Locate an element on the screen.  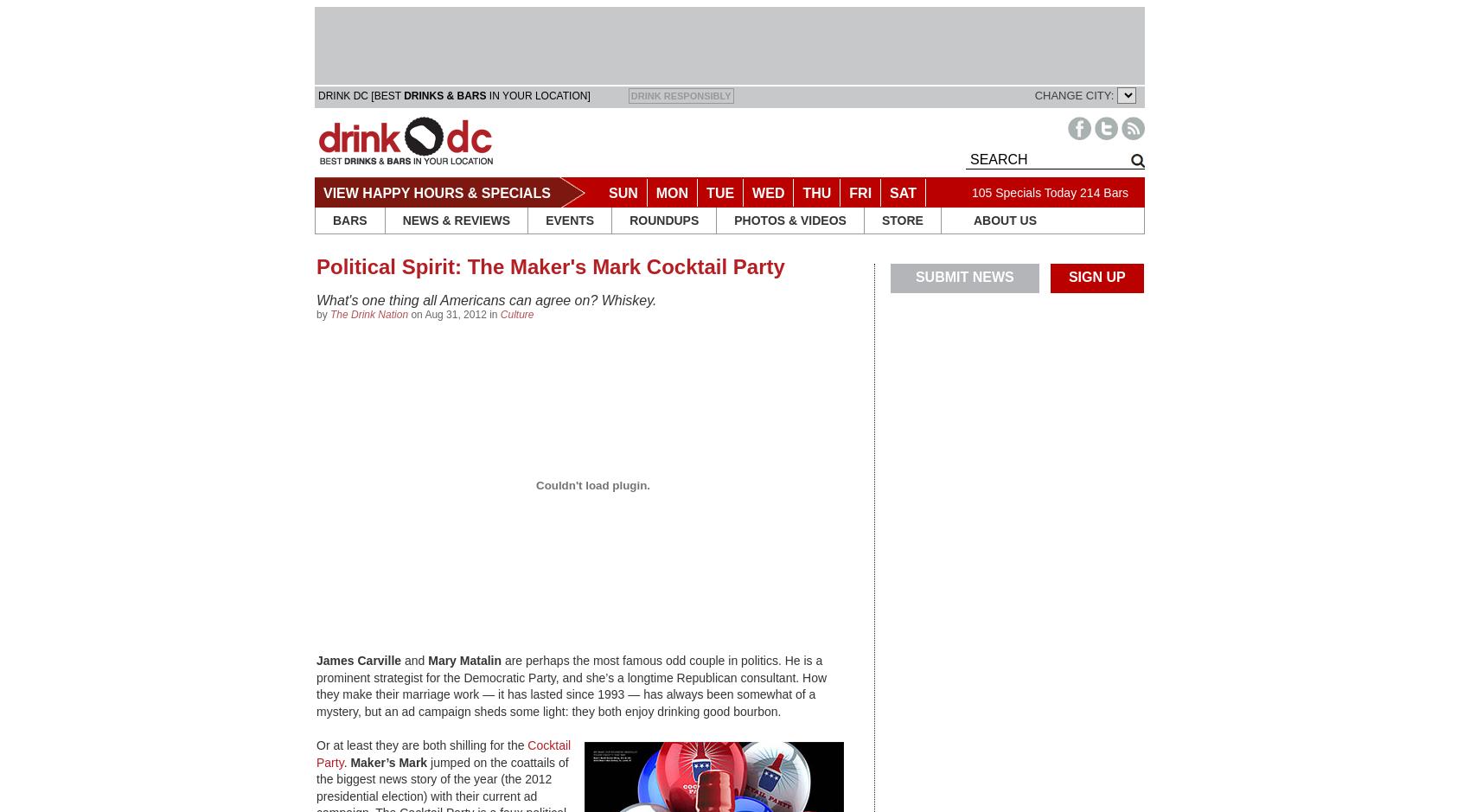
'MON' is located at coordinates (671, 193).